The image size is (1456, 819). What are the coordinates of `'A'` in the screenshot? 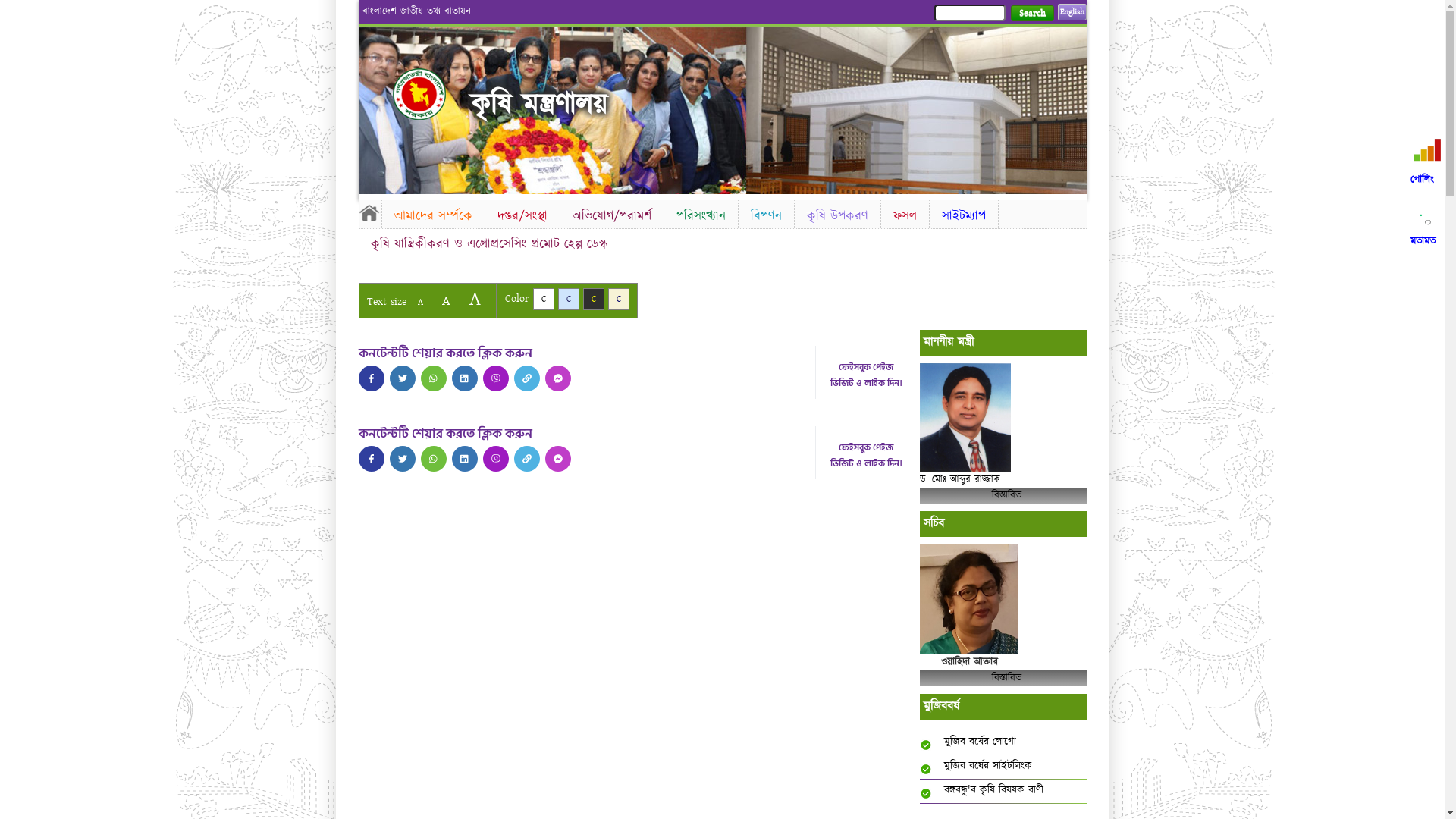 It's located at (419, 302).